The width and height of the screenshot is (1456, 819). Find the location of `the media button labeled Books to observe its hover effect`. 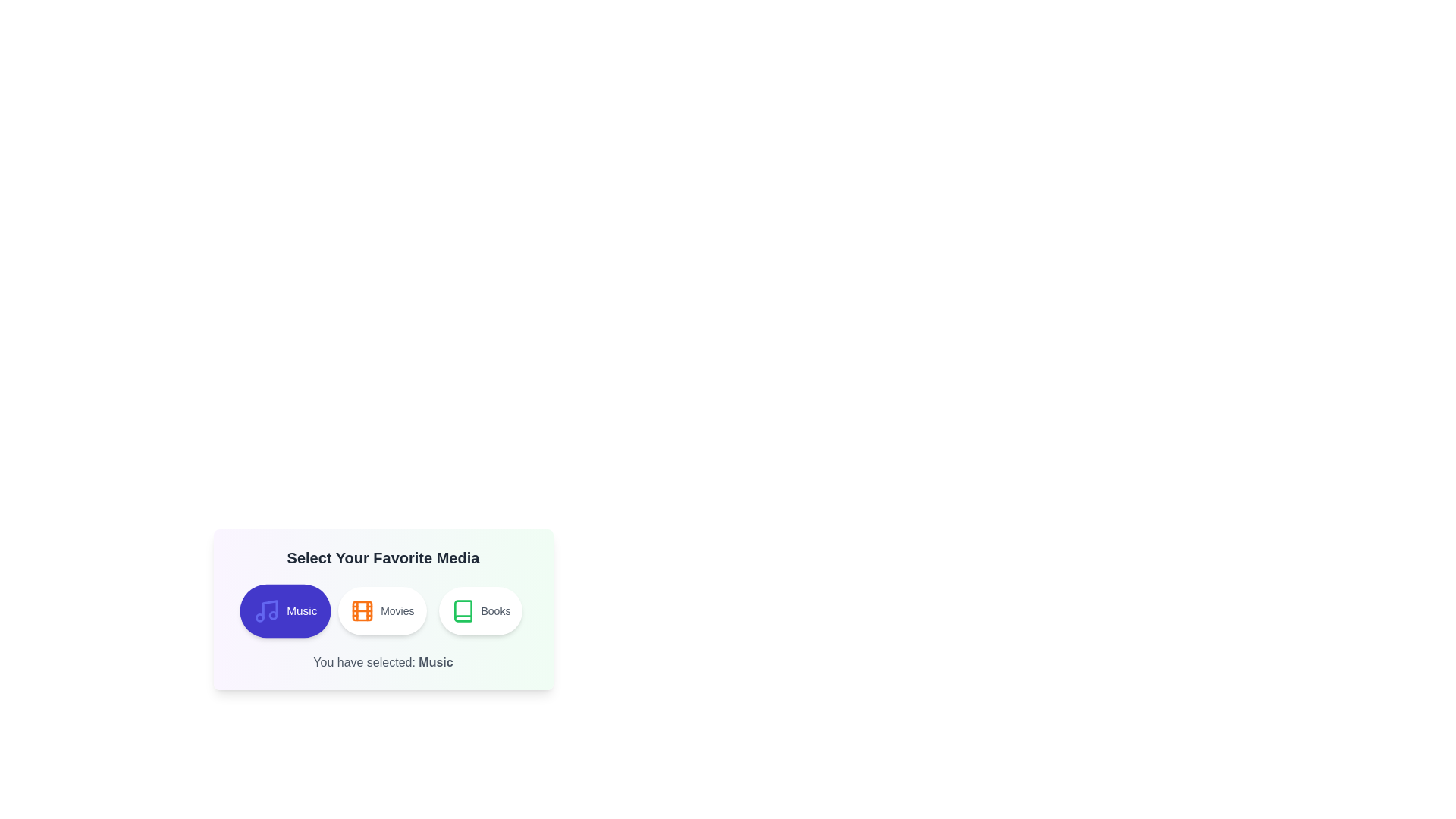

the media button labeled Books to observe its hover effect is located at coordinates (479, 610).